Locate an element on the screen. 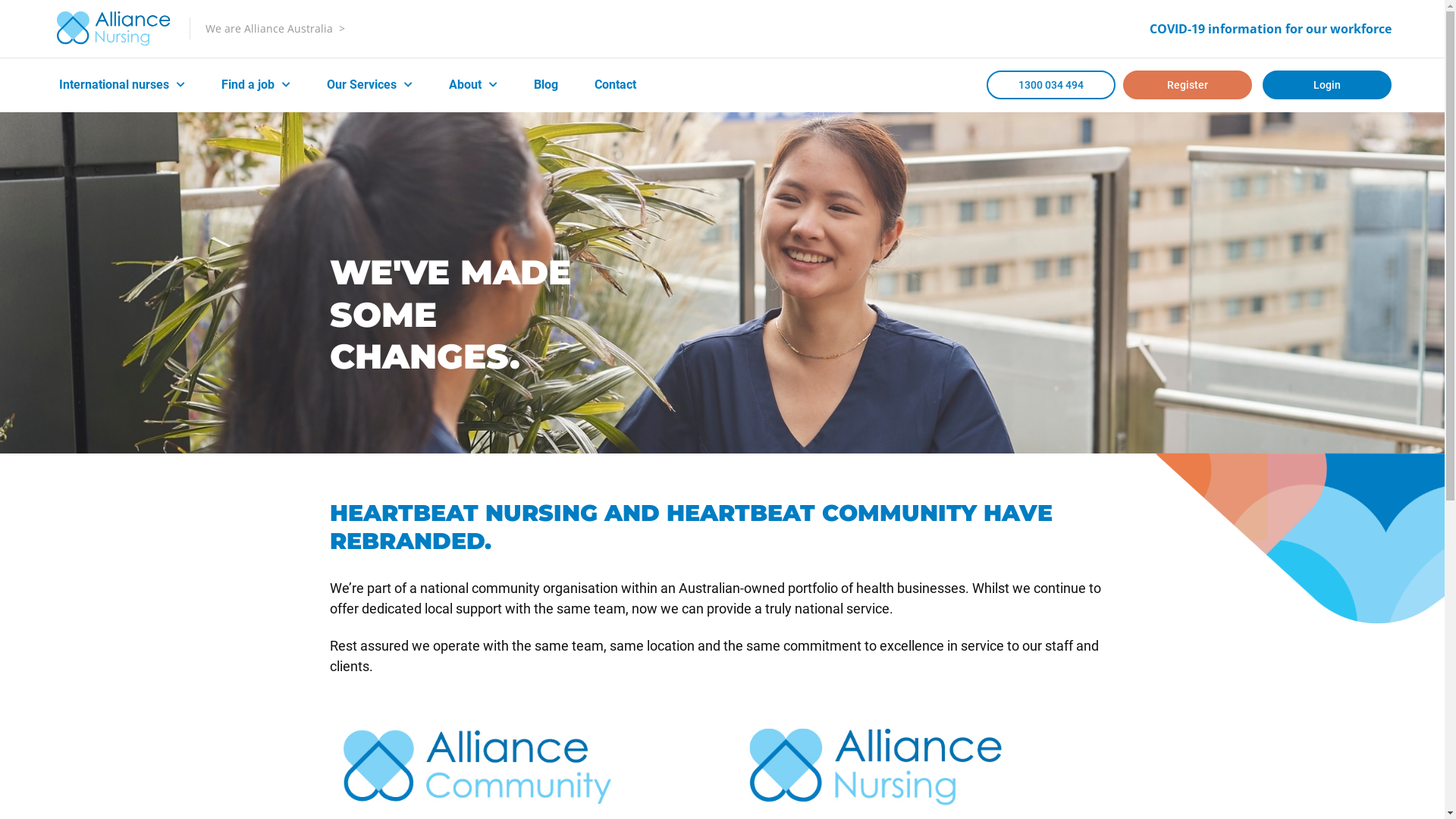 The image size is (1456, 819). 'Our Services' is located at coordinates (369, 84).